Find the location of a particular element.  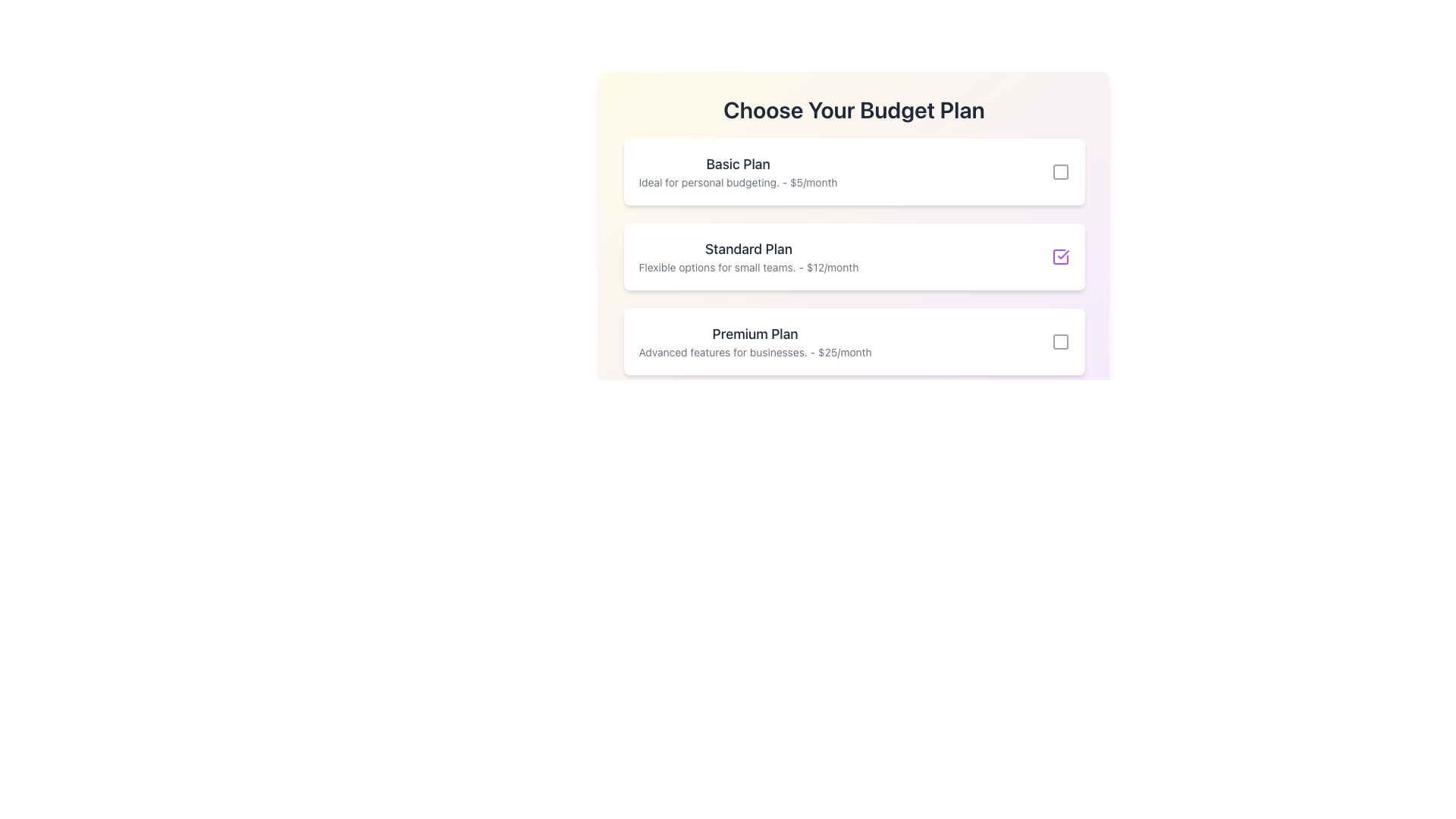

information displayed in the 'Basic Plan' text block, which includes the bolded title 'Basic Plan' and the description 'Ideal for personal budgeting. - $5/month' is located at coordinates (738, 171).